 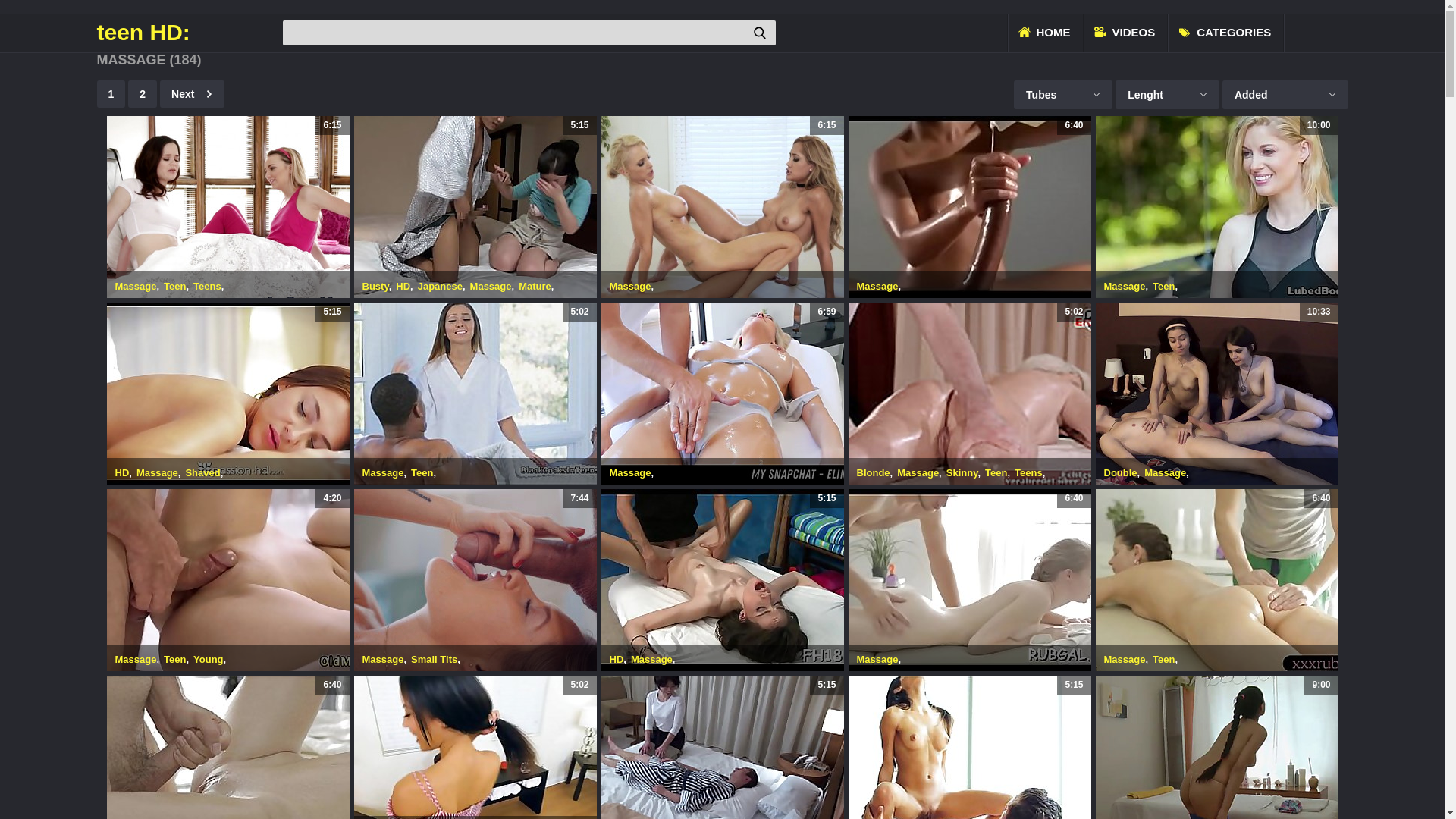 I want to click on 'VIDEOS', so click(x=1084, y=32).